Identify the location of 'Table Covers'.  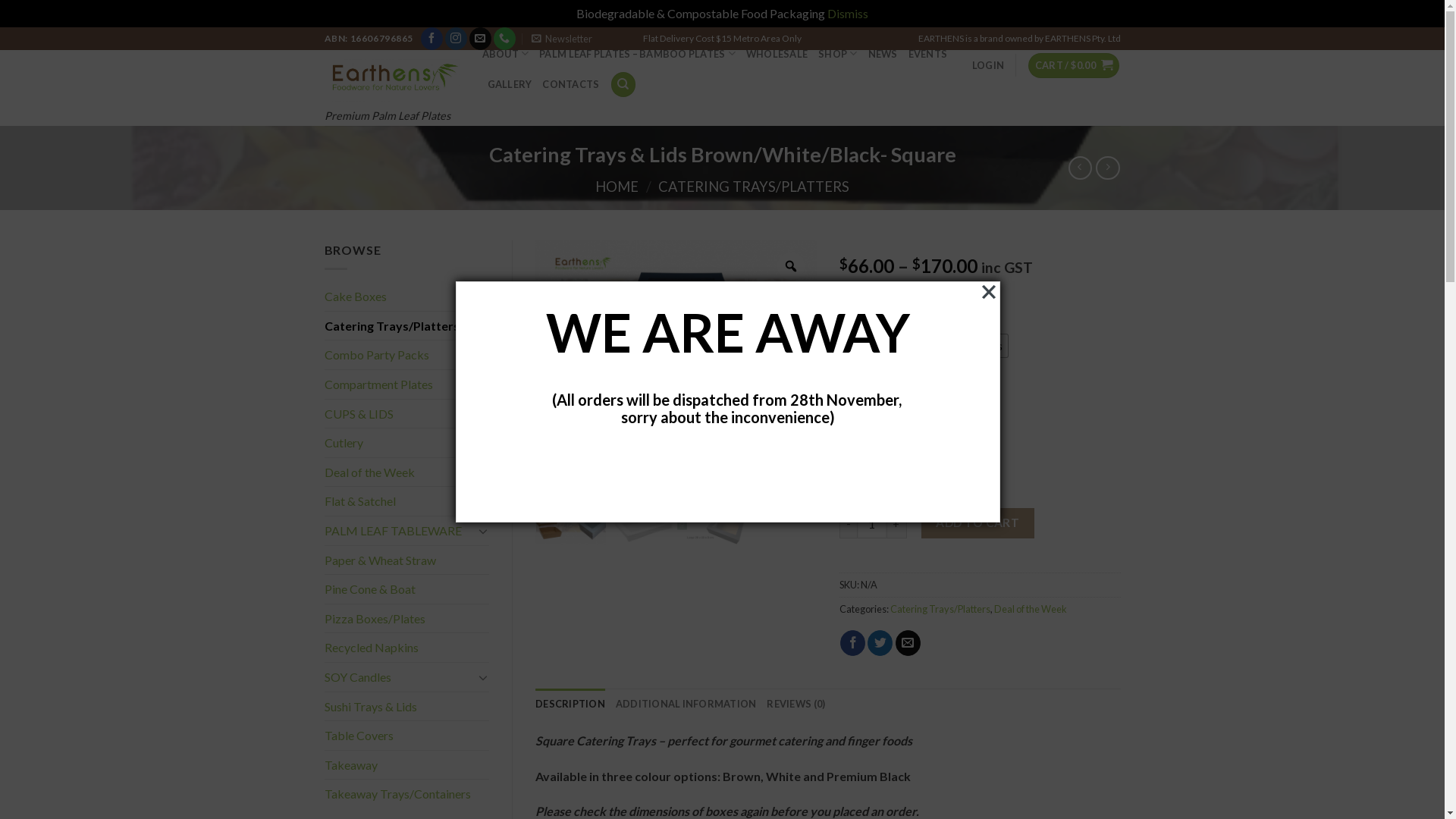
(323, 734).